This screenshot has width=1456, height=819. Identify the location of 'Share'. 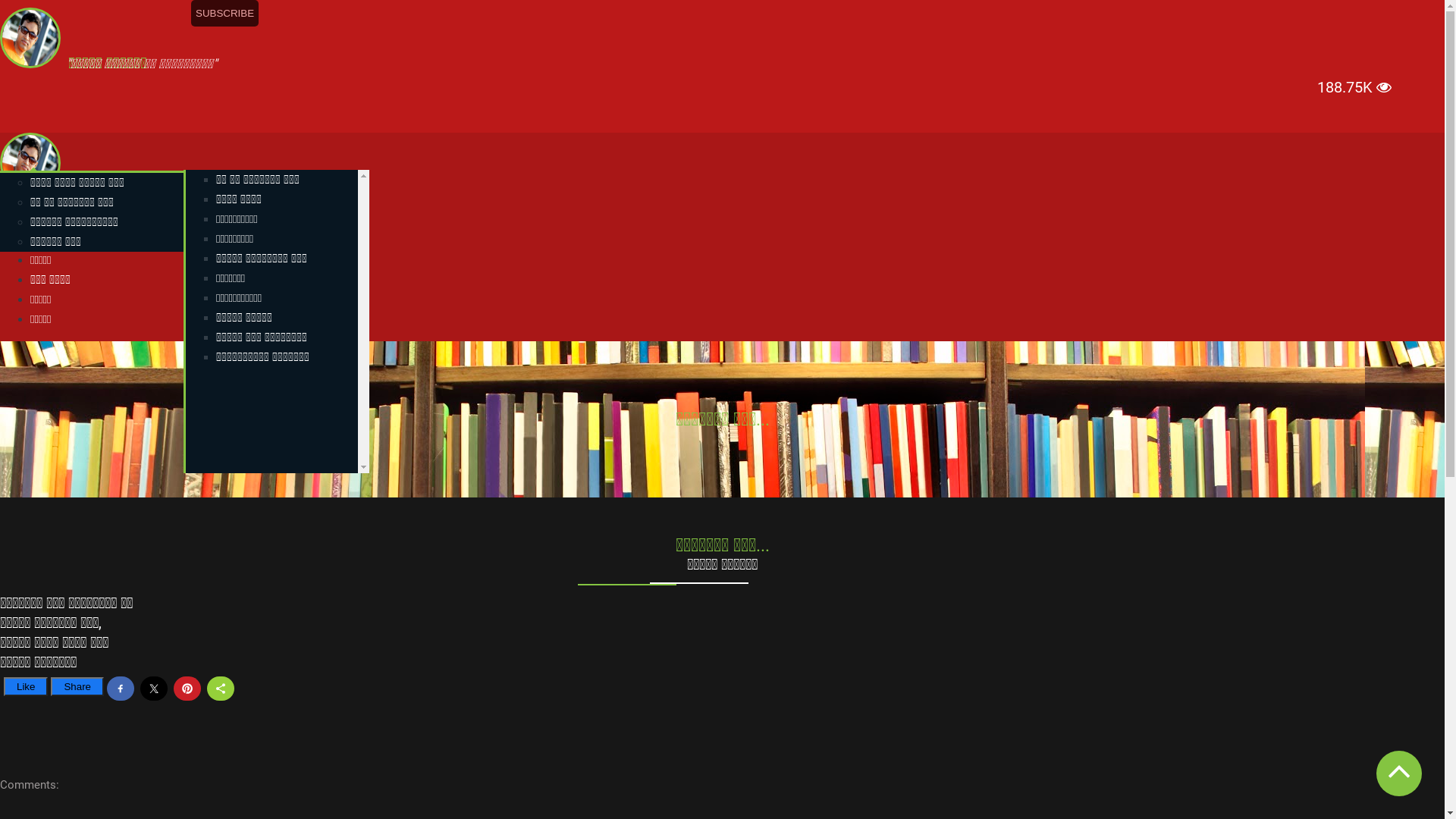
(76, 686).